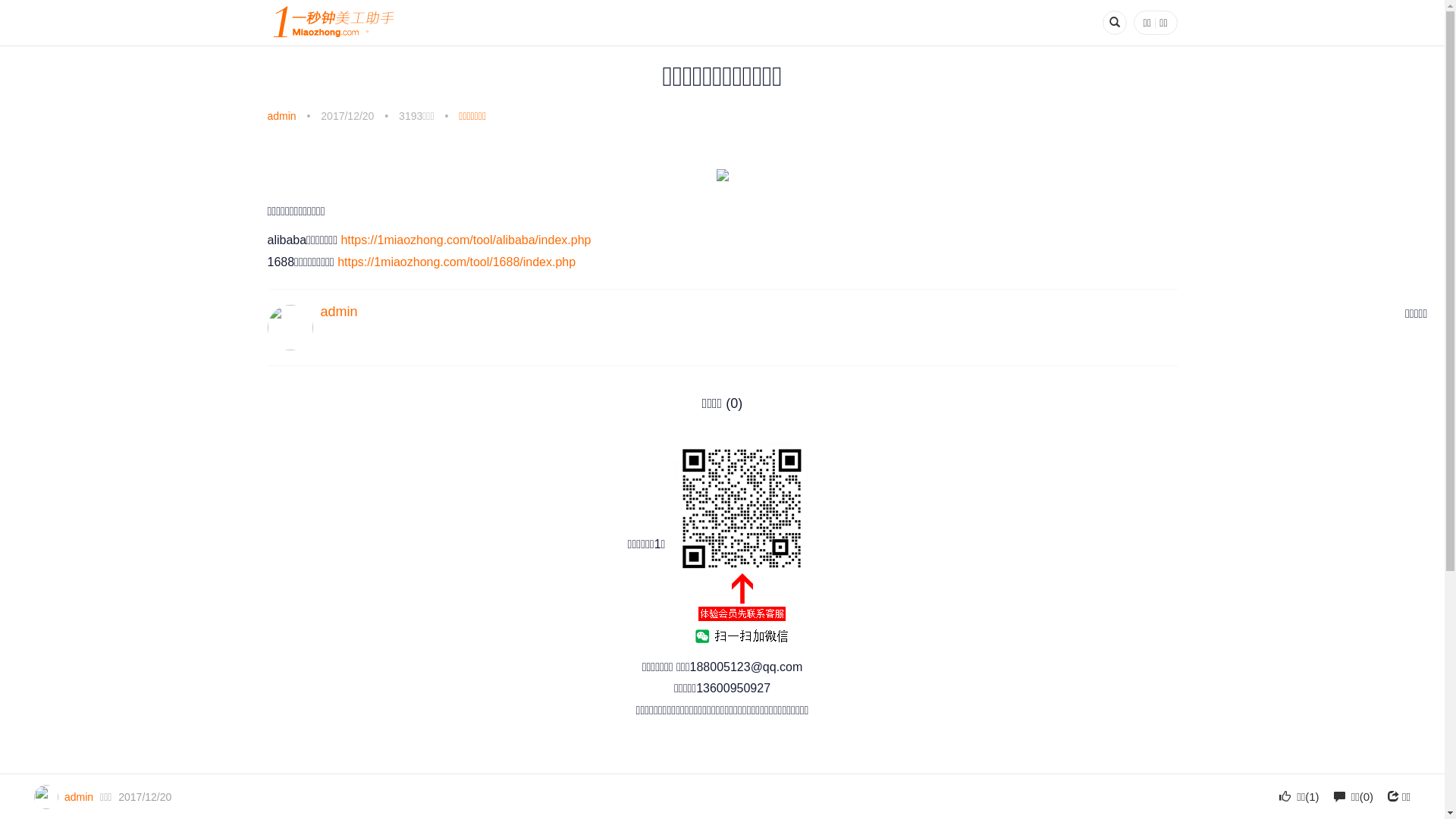  Describe the element at coordinates (455, 261) in the screenshot. I see `'https://1miaozhong.com/tool/1688/index.php'` at that location.